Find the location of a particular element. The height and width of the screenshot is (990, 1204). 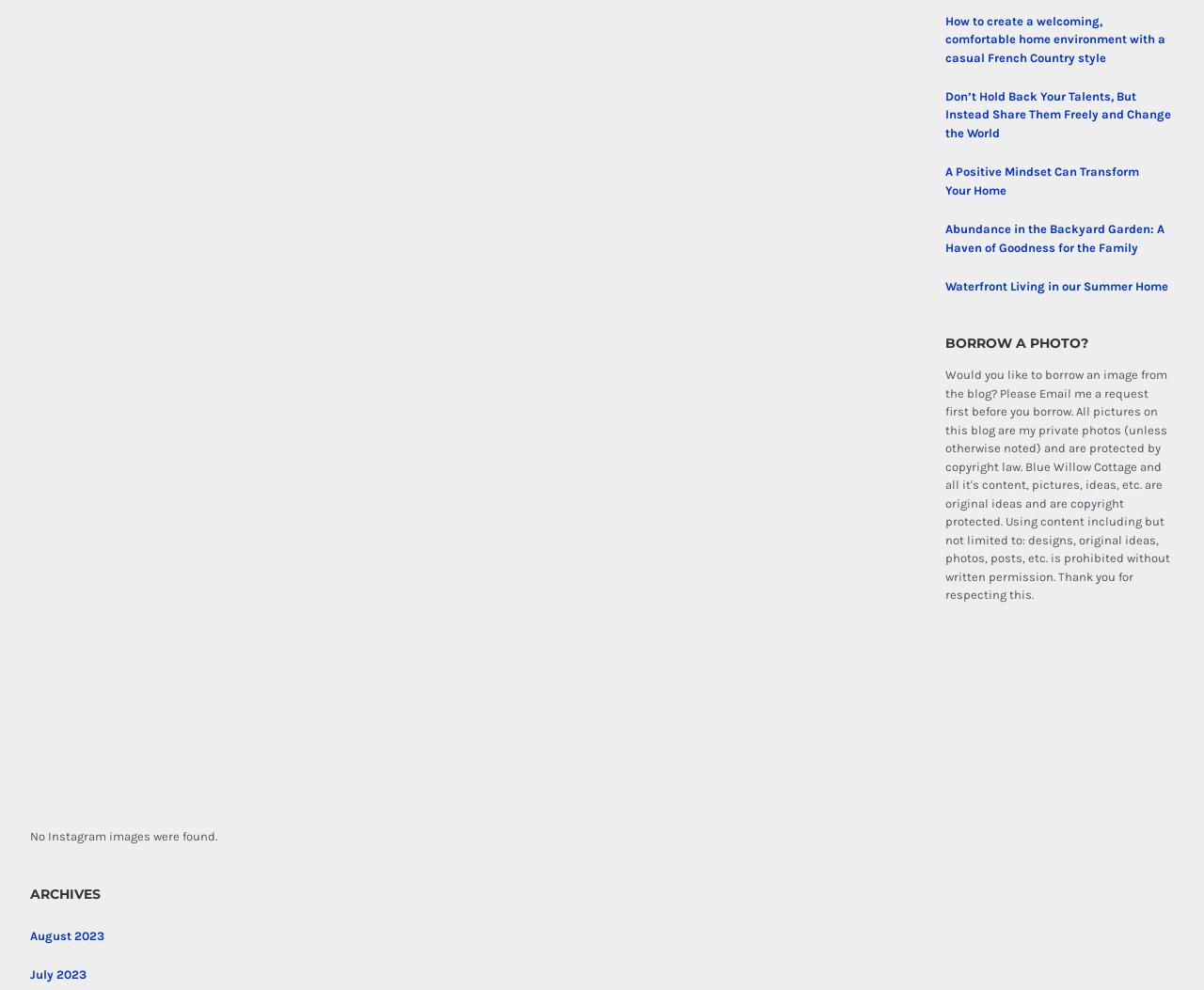

'Would you like to borrow an image from the blog? Please Email me a request first before you borrow. All pictures on this blog are my private photos (unless otherwise noted) and are protected by copyright law.   Blue Willow Cottage and all it's content, pictures, ideas, etc. are original ideas and are copyright protected.  Using content including but not limited to: designs, original ideas, photos, posts, etc. is prohibited without written permission.

Thank you for respecting this.' is located at coordinates (1056, 484).